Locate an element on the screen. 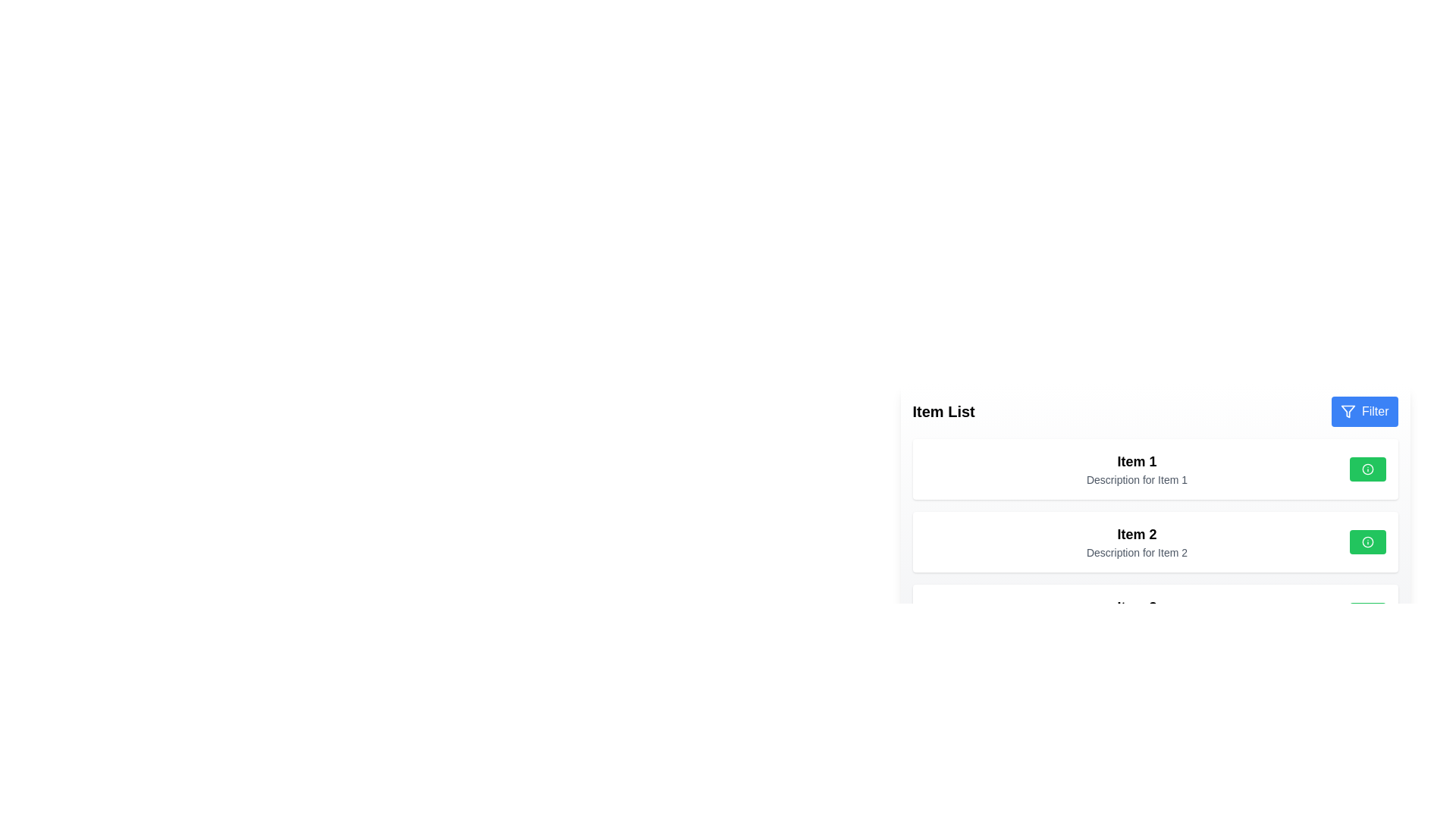  the central circular element within the green icon of the second item listed in the interface is located at coordinates (1367, 541).